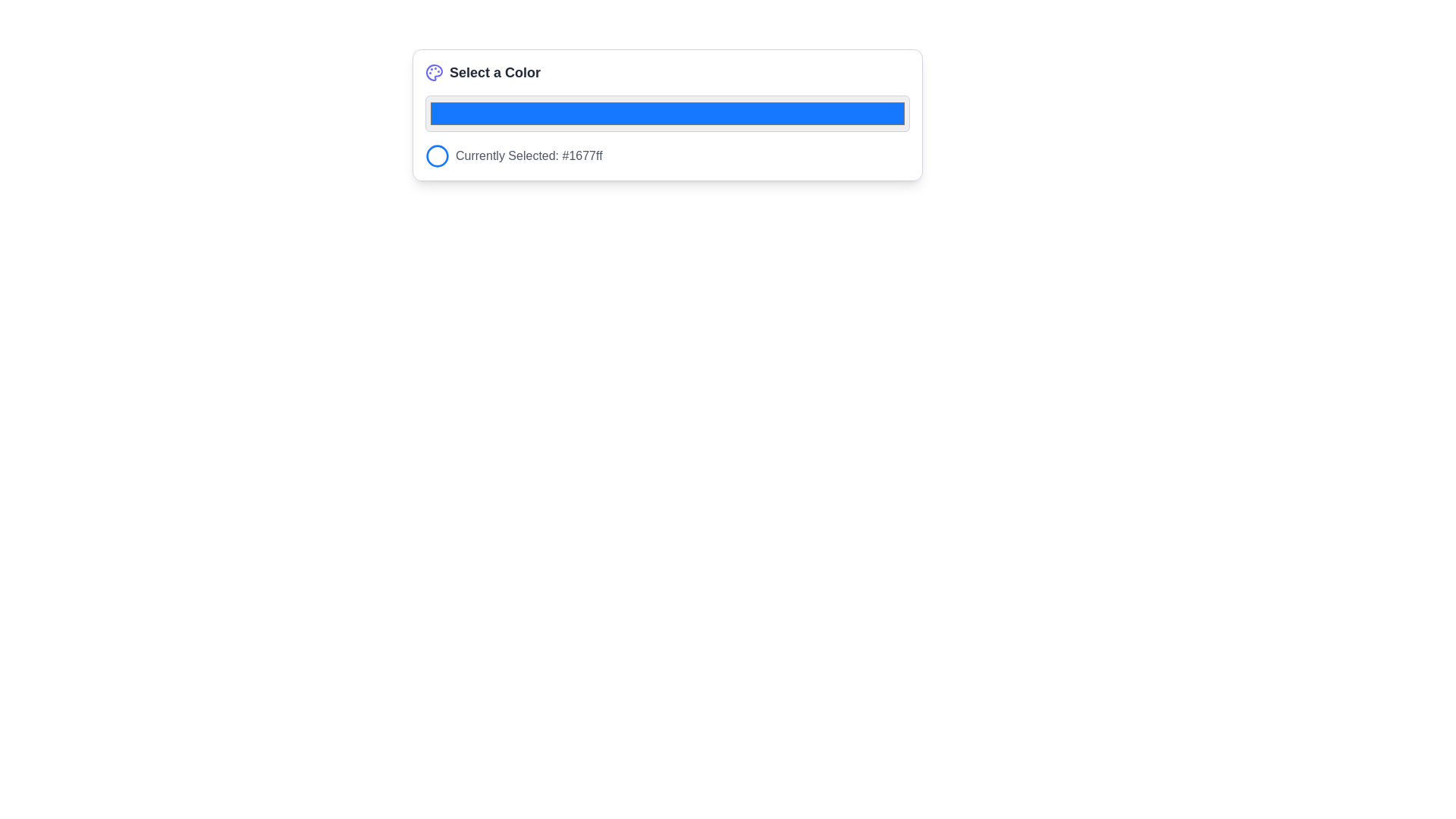  I want to click on the vibrant indigo painter's palette icon, which is located at the far left of the group preceding the text 'Select a Color', so click(433, 73).